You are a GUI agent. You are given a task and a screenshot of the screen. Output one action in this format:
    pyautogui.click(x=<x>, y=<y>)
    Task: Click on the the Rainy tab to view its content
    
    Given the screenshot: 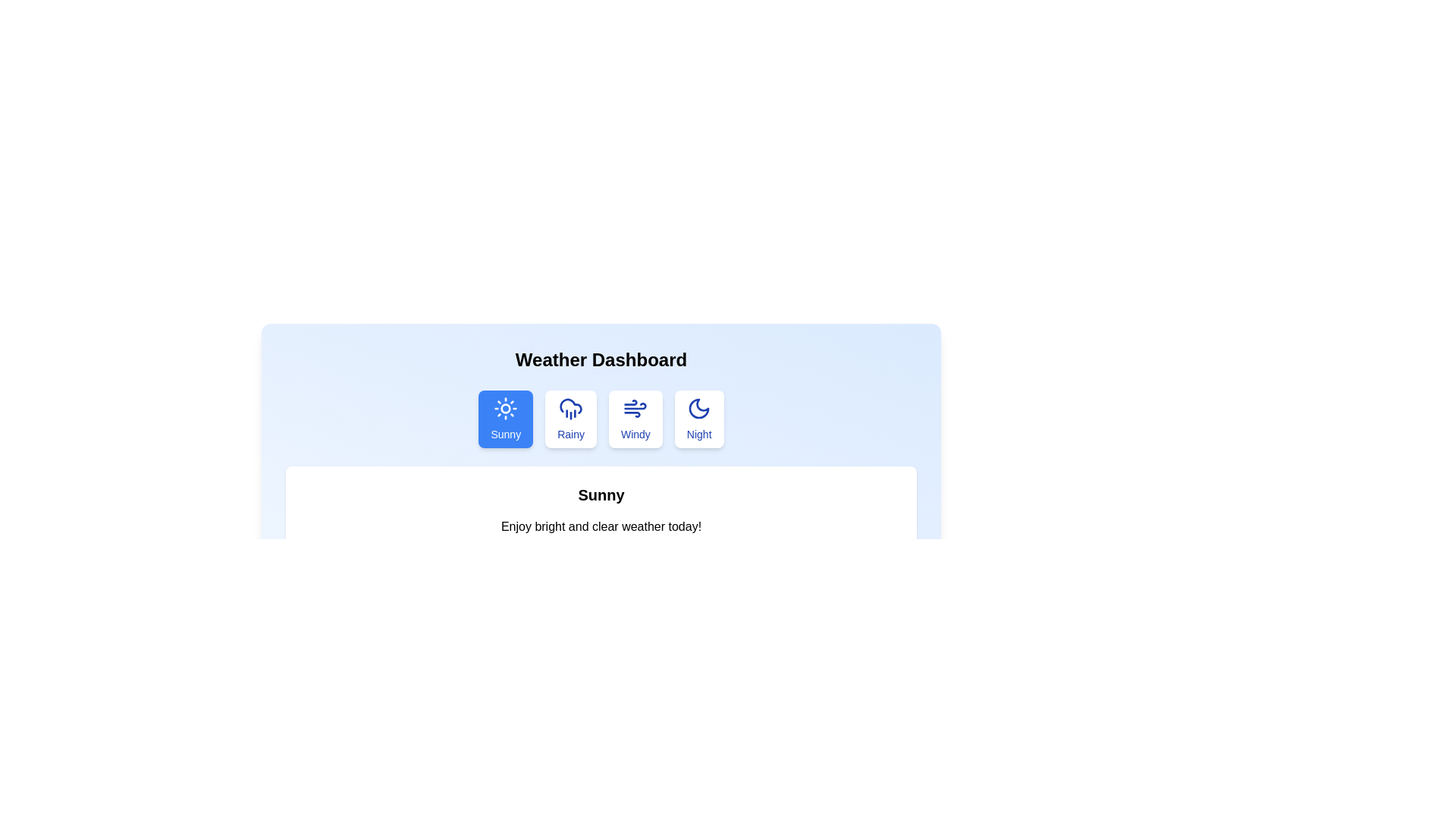 What is the action you would take?
    pyautogui.click(x=570, y=419)
    